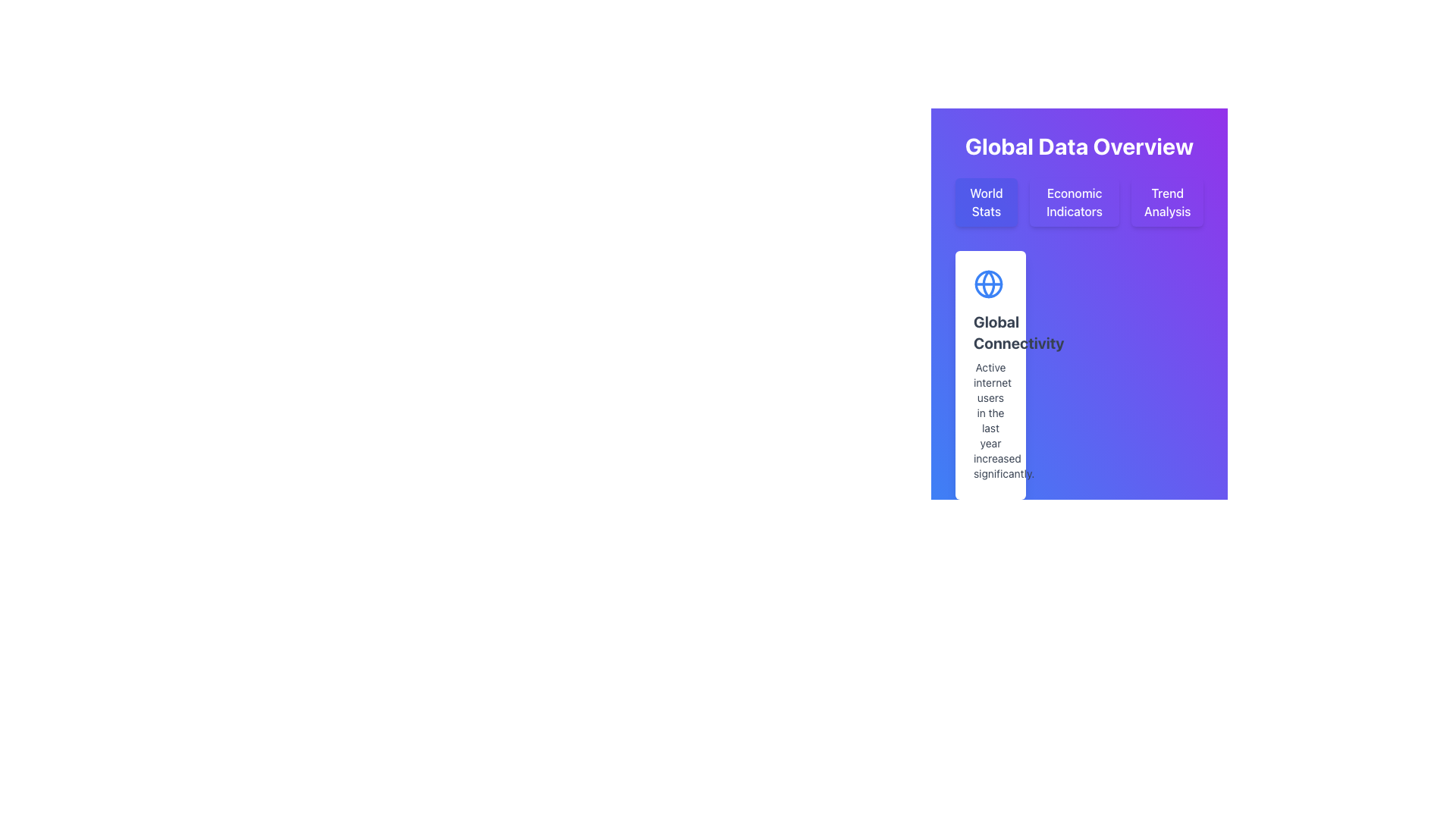 The height and width of the screenshot is (819, 1456). What do you see at coordinates (1078, 201) in the screenshot?
I see `the 'Economic Indicators' button, which is the second button in a group of three, to change its styling` at bounding box center [1078, 201].